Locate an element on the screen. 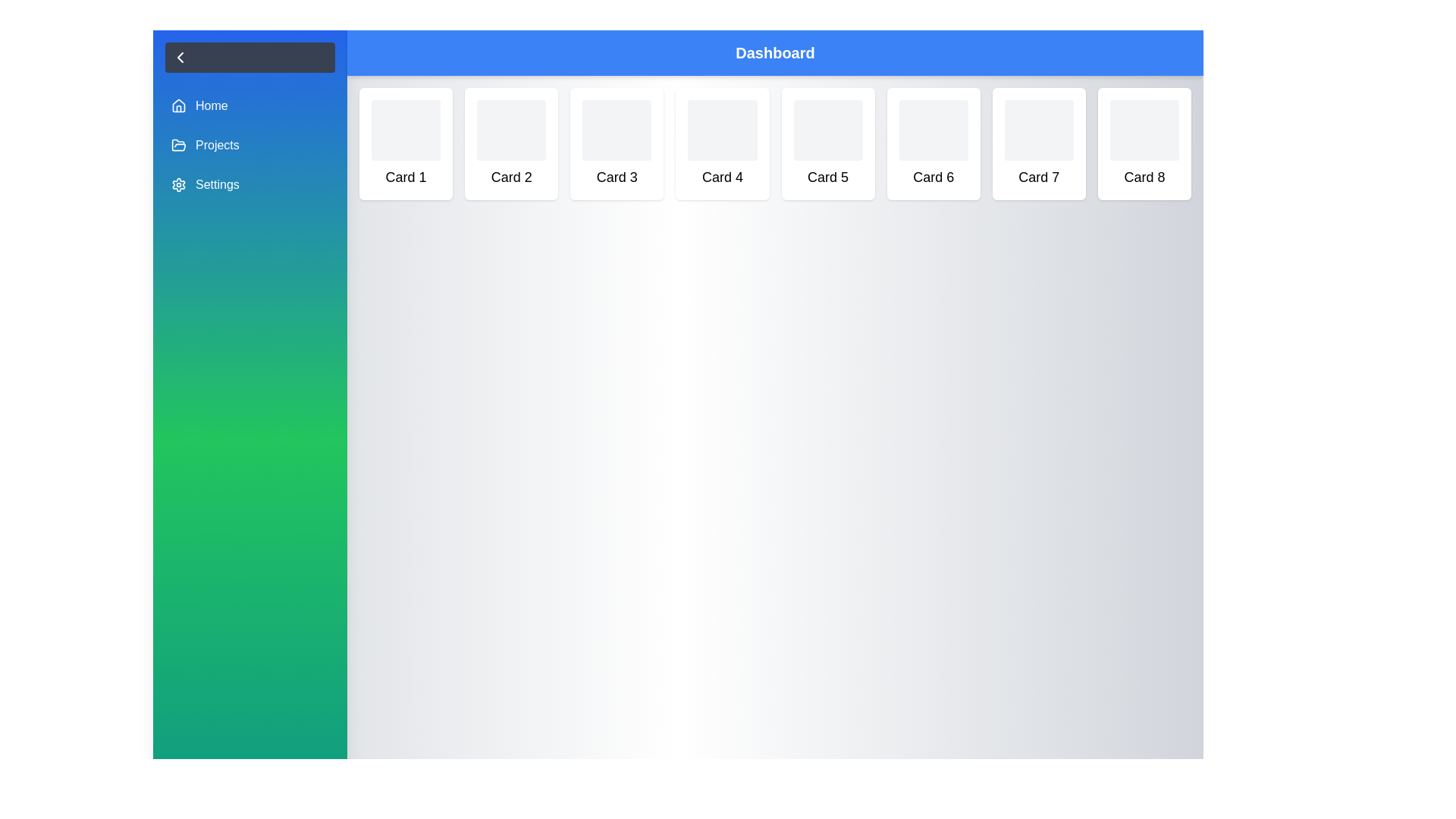  the navigation item Home is located at coordinates (250, 105).